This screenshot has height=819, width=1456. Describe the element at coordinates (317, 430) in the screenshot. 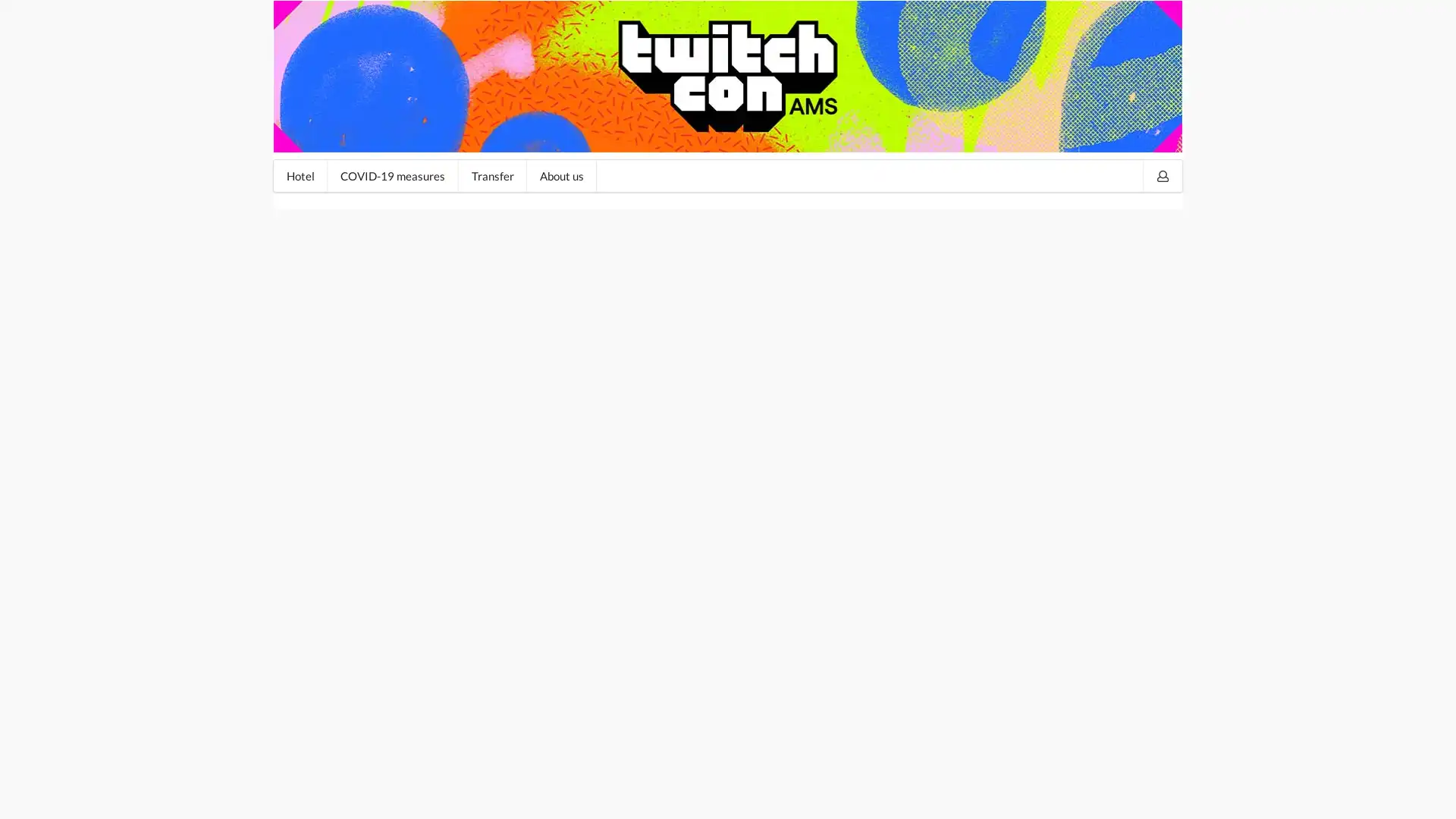

I see `Continue` at that location.